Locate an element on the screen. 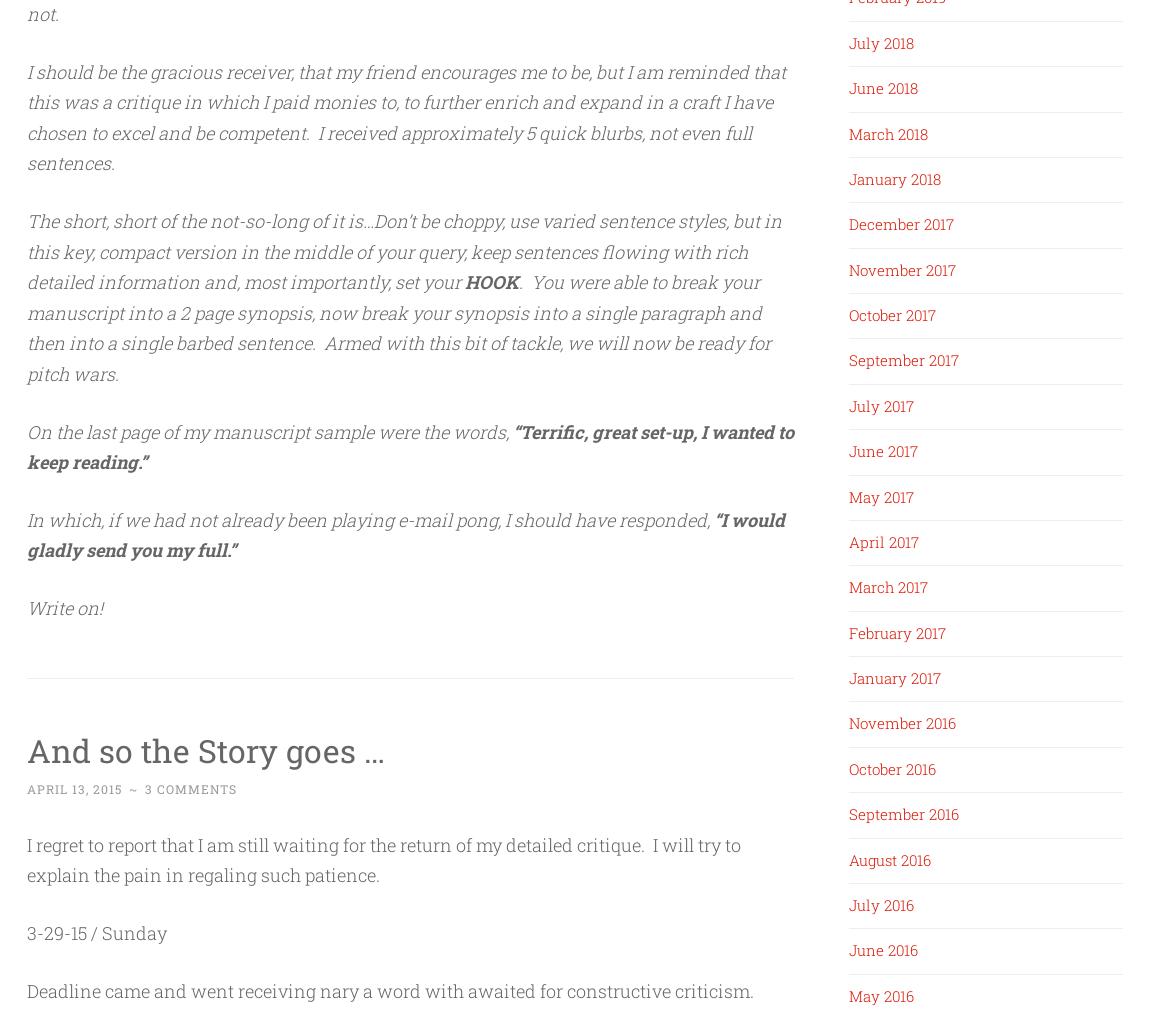 The height and width of the screenshot is (1014, 1150). 'October 2016' is located at coordinates (892, 768).